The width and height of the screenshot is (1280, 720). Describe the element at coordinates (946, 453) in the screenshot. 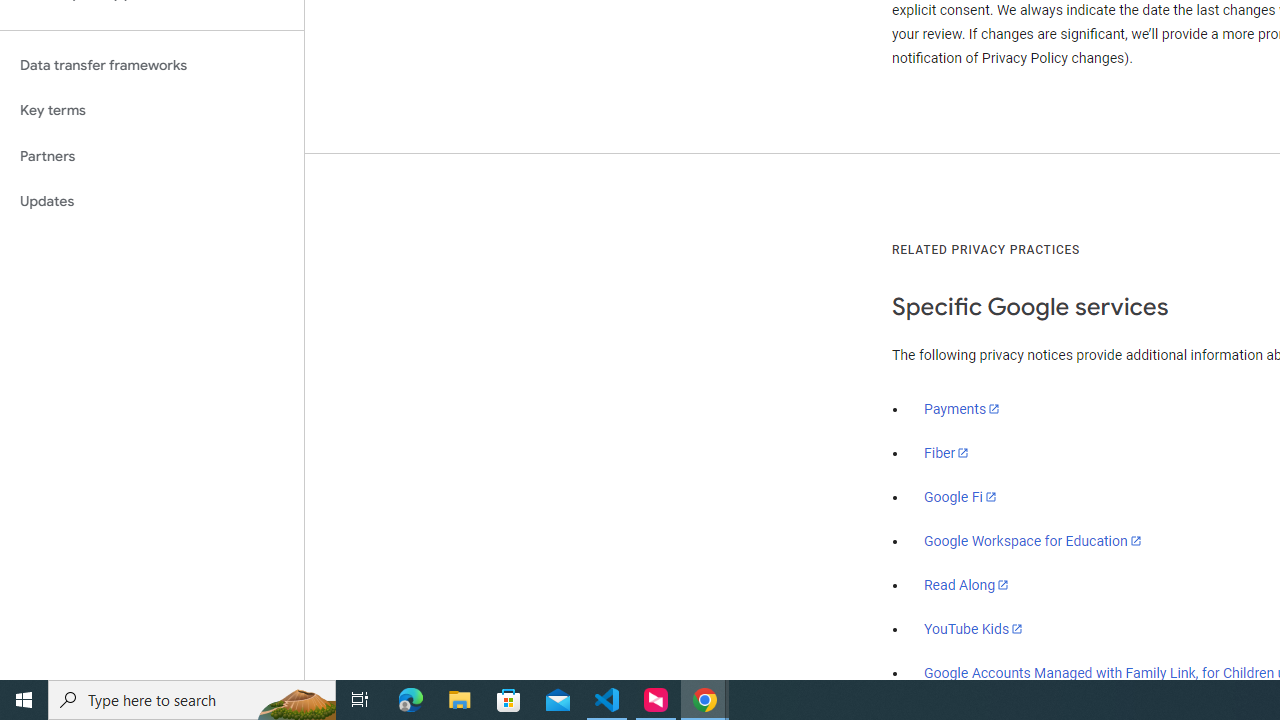

I see `'Fiber'` at that location.